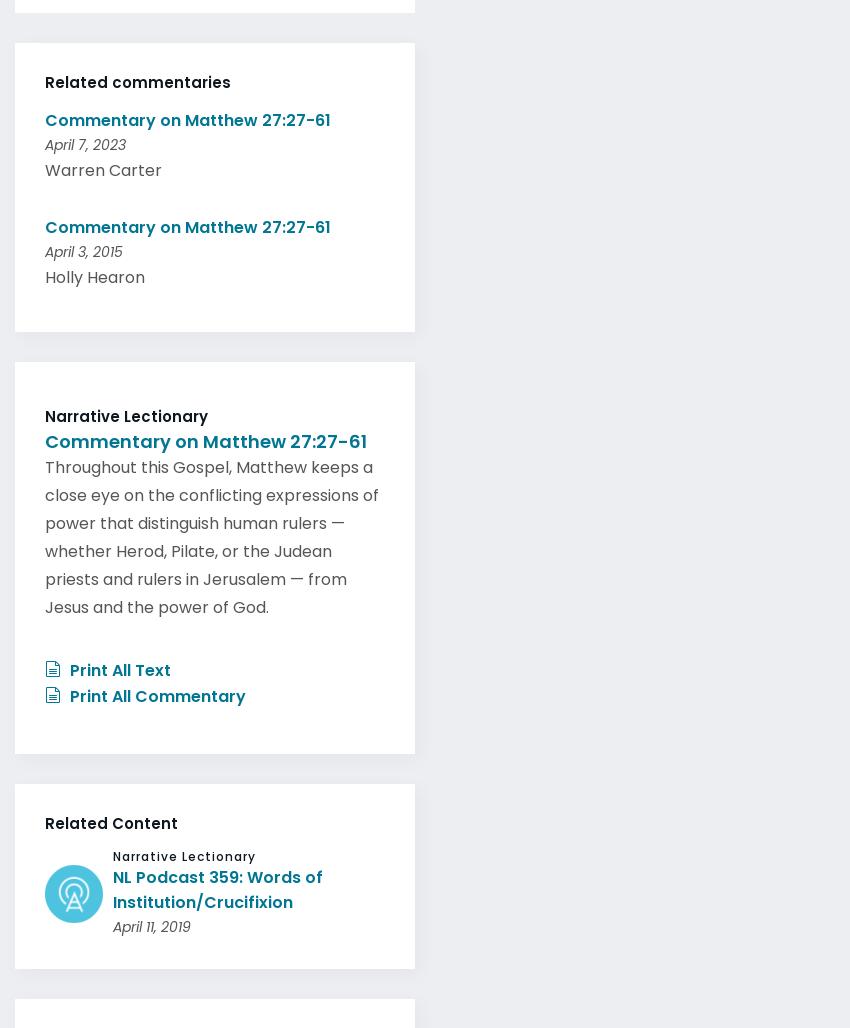 This screenshot has width=850, height=1028. What do you see at coordinates (102, 164) in the screenshot?
I see `'Warren Carter'` at bounding box center [102, 164].